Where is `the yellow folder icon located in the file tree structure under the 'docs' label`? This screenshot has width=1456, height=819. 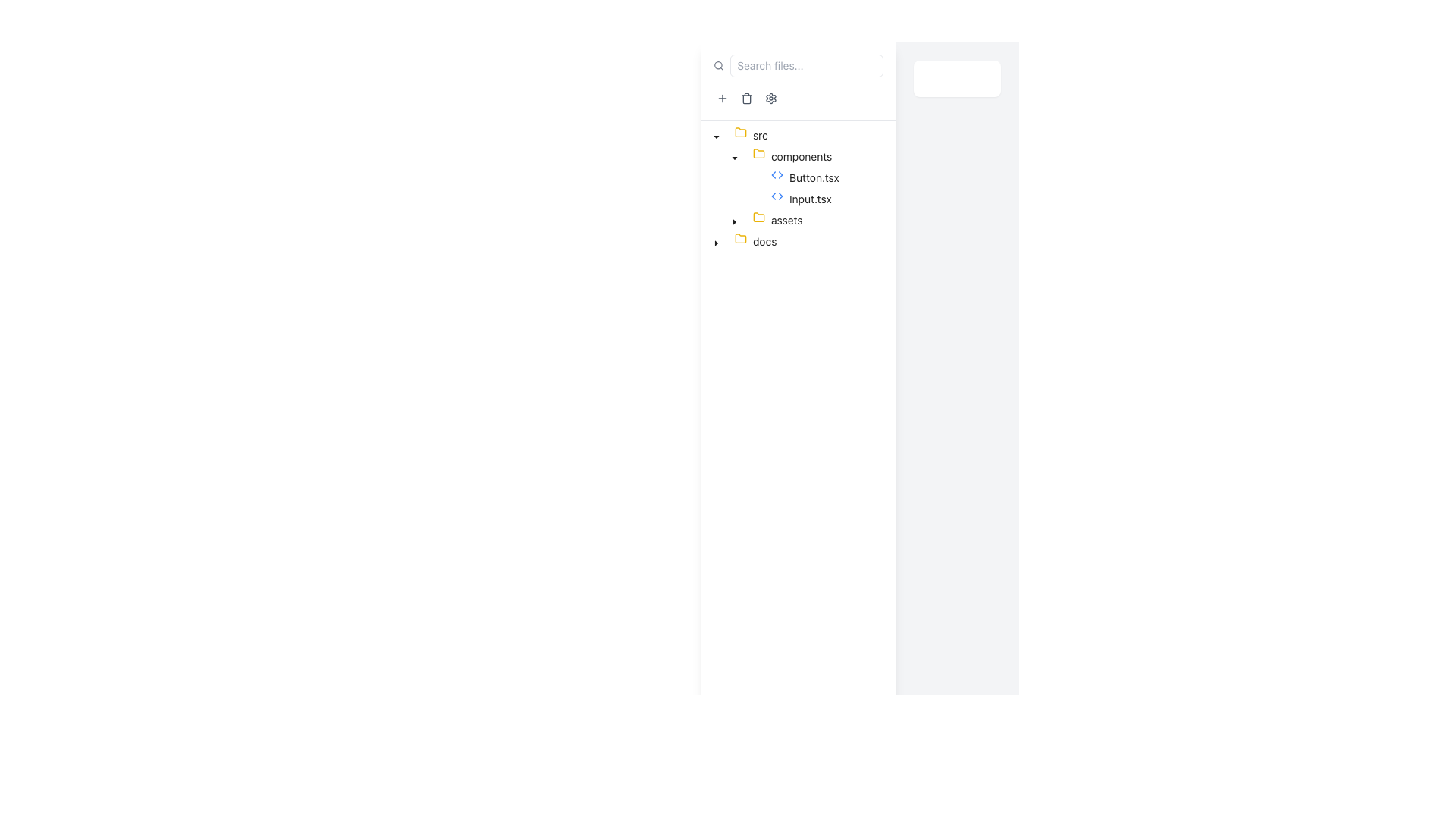
the yellow folder icon located in the file tree structure under the 'docs' label is located at coordinates (743, 241).